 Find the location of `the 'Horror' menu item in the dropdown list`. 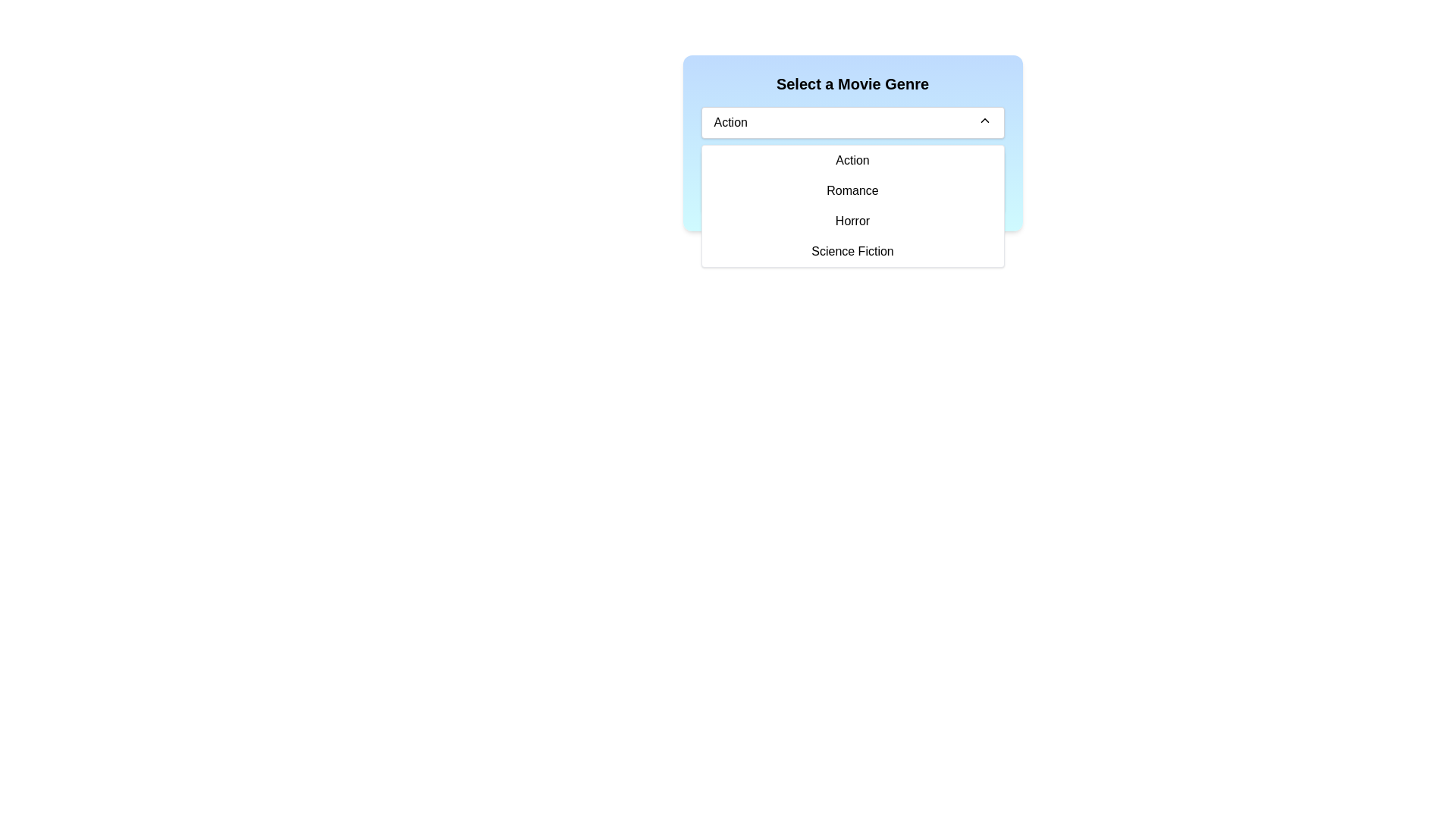

the 'Horror' menu item in the dropdown list is located at coordinates (852, 221).